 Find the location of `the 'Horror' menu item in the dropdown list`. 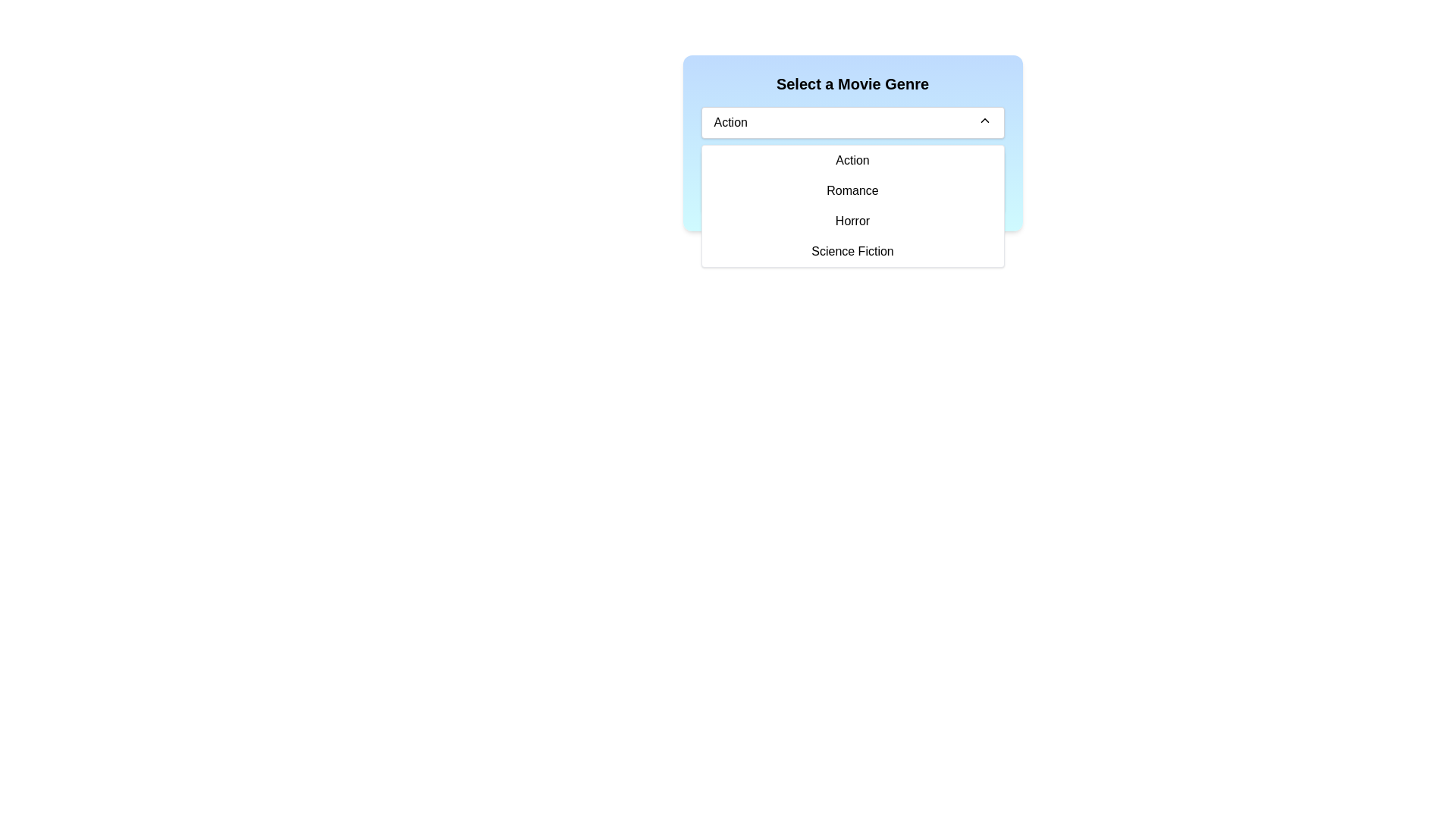

the 'Horror' menu item in the dropdown list is located at coordinates (852, 221).